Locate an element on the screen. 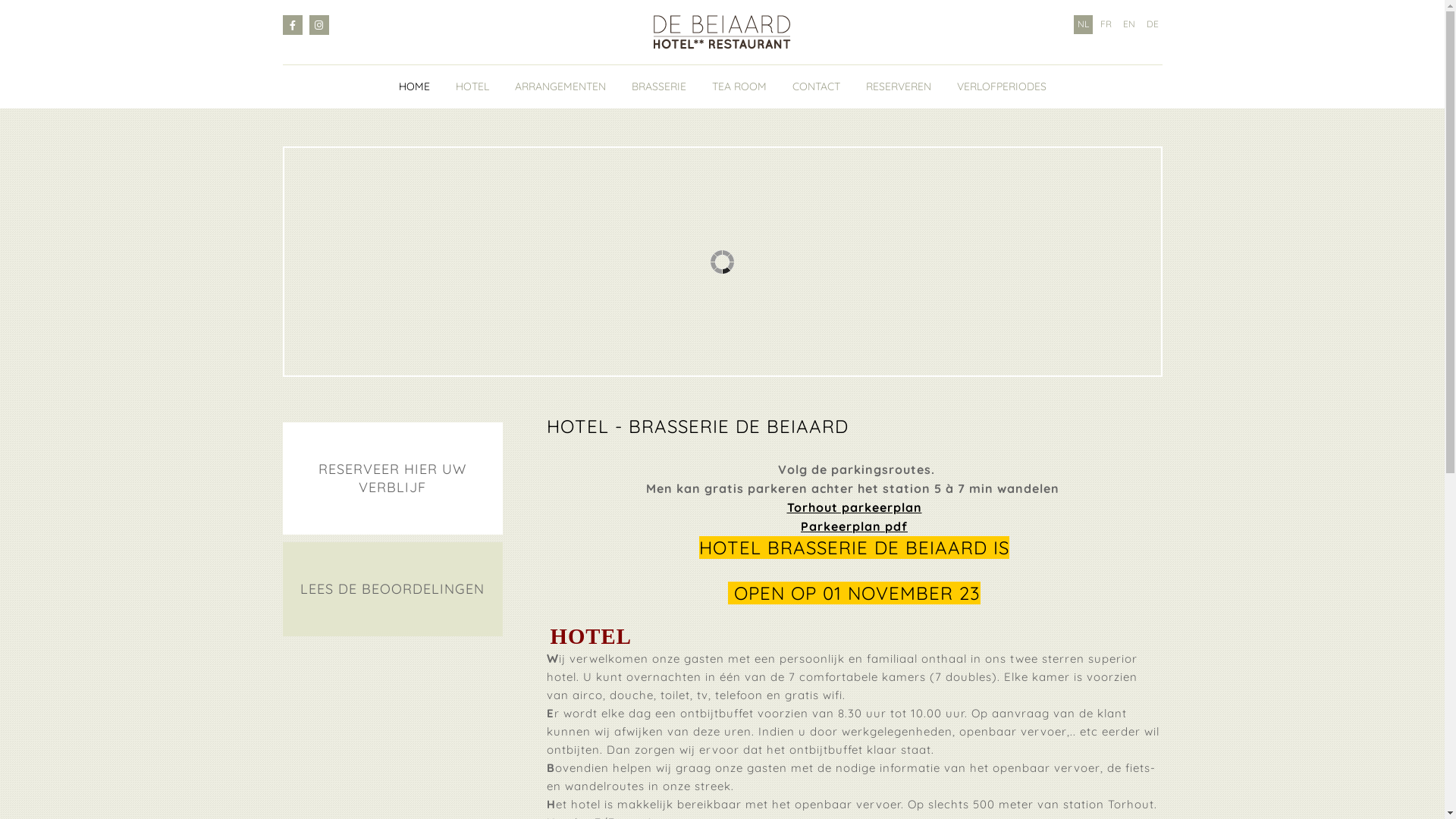 This screenshot has height=819, width=1456. 'NL' is located at coordinates (1073, 24).